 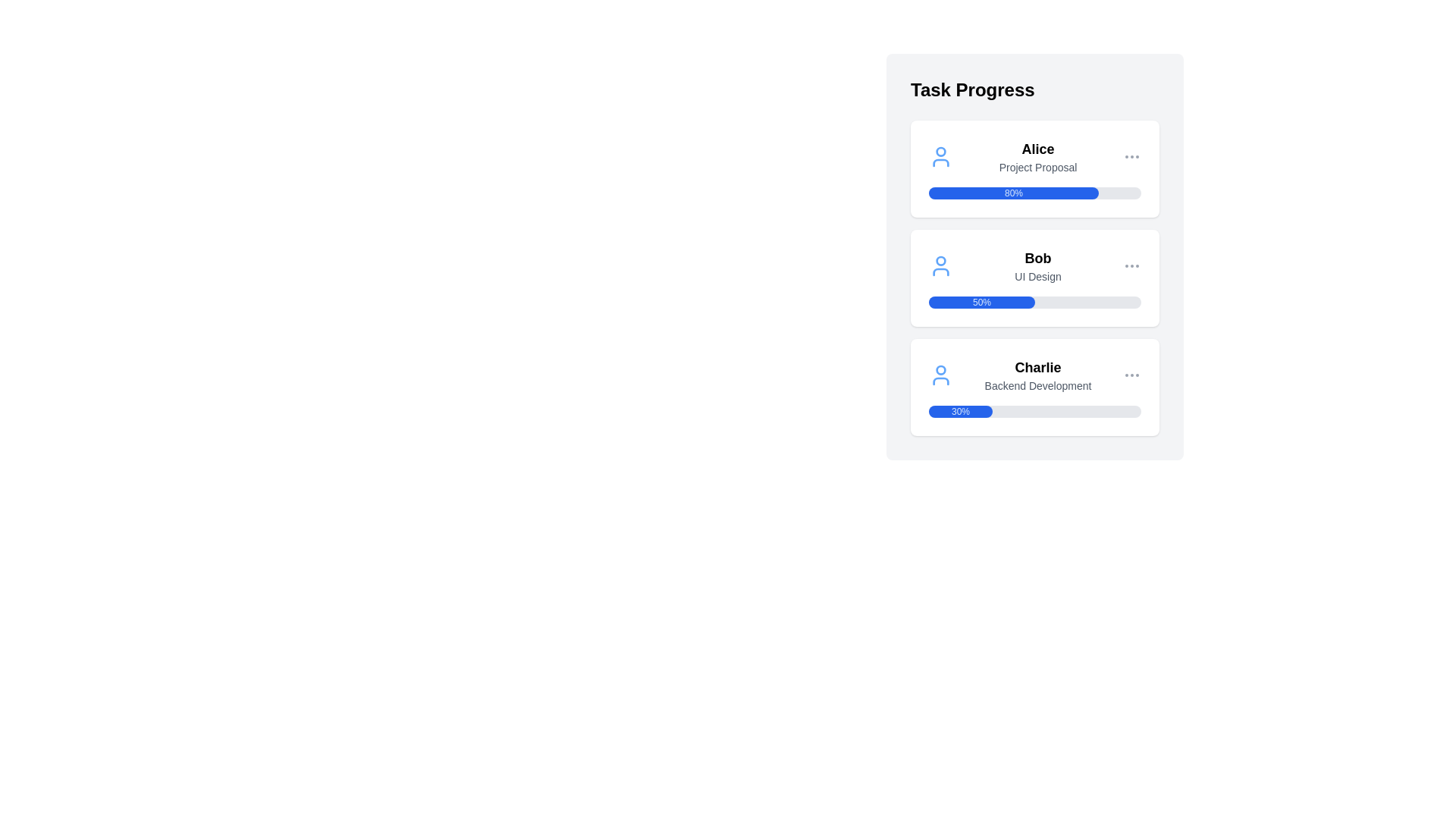 I want to click on the task entry for 'Alice' related to 'Project Proposal' located in the first section of the task progress list, directly below the title 'Task Progress', so click(x=1034, y=157).